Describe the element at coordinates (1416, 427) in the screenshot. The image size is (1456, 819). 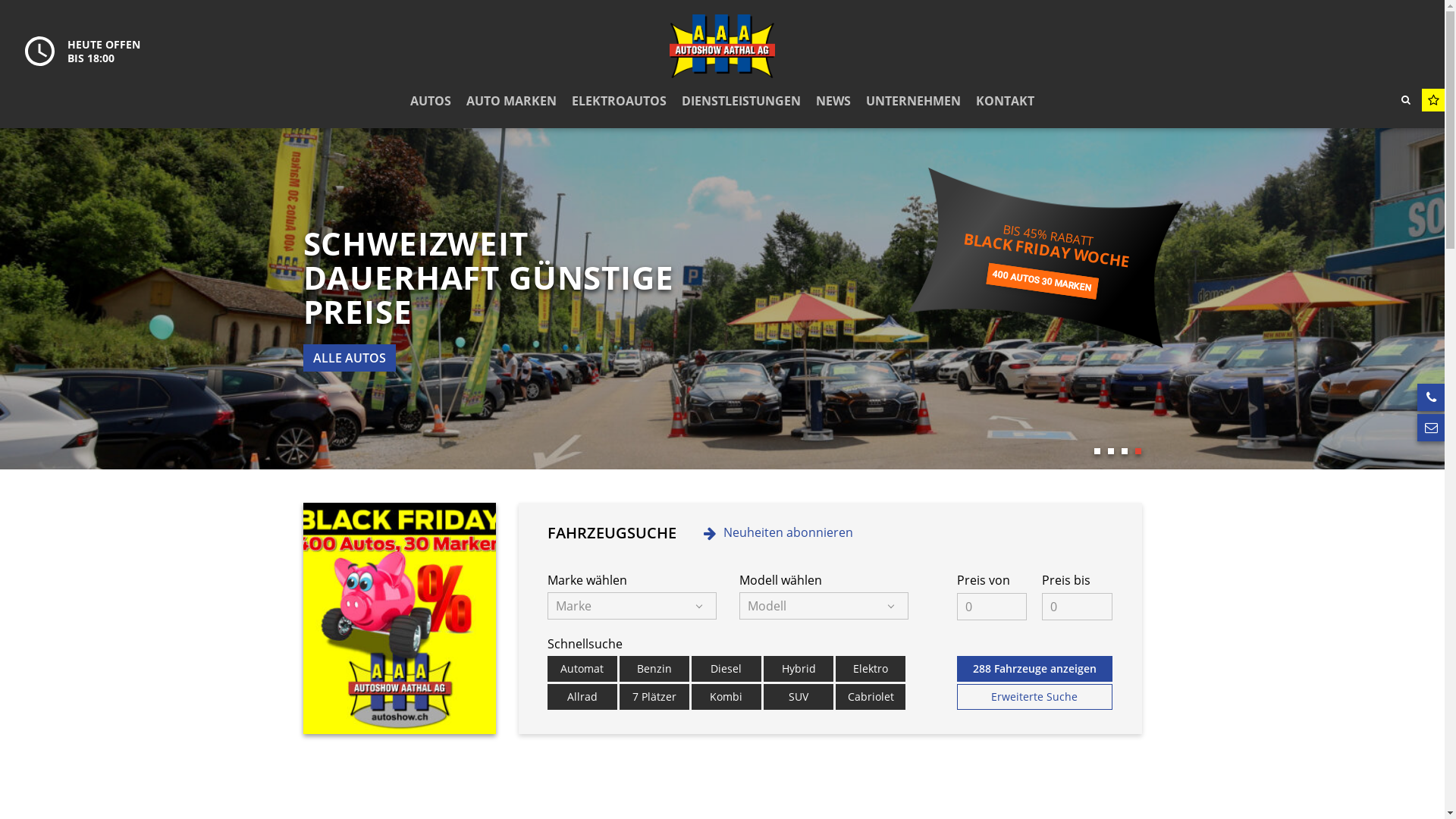
I see `'email'` at that location.